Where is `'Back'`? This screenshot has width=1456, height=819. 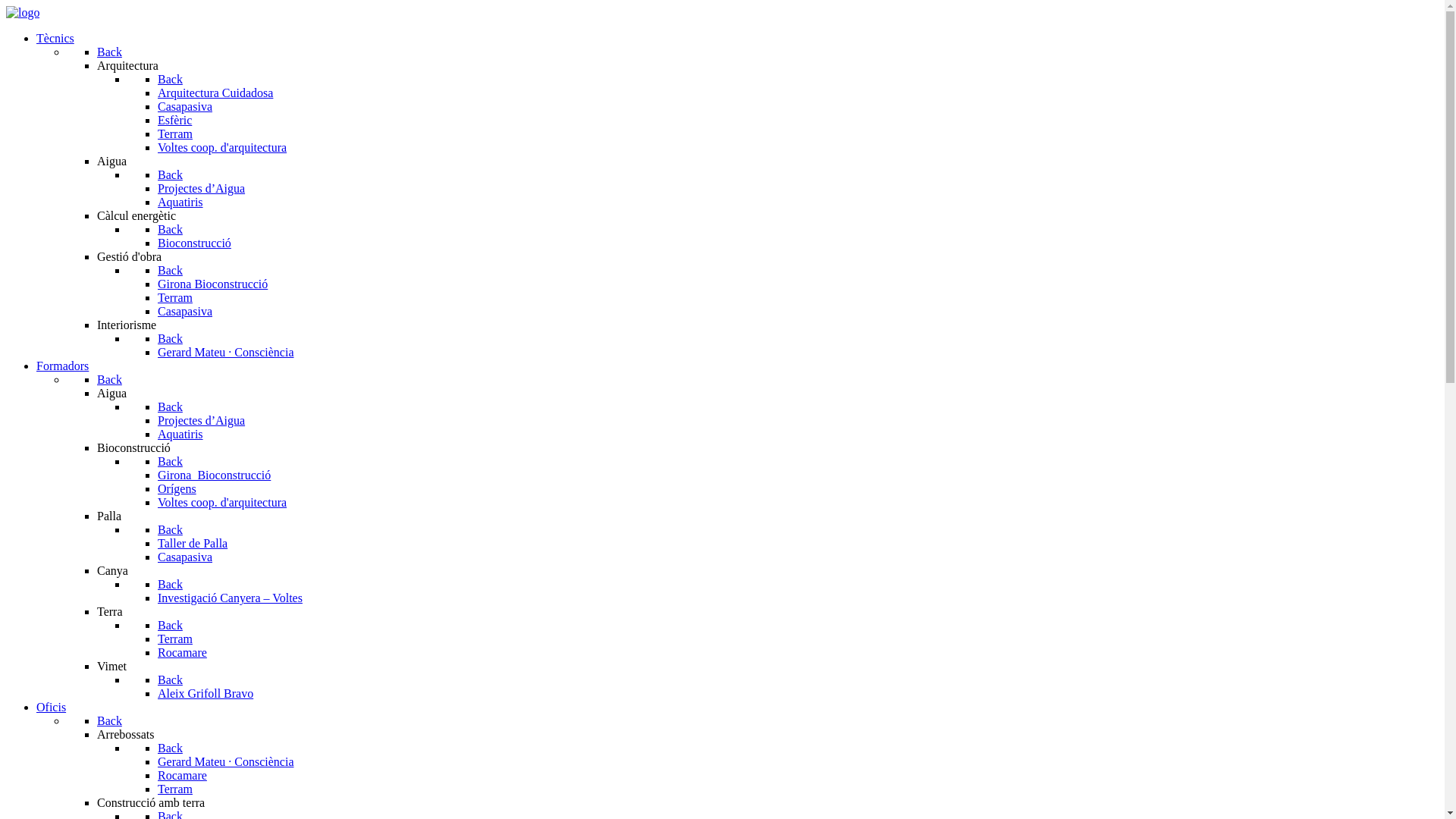
'Back' is located at coordinates (108, 51).